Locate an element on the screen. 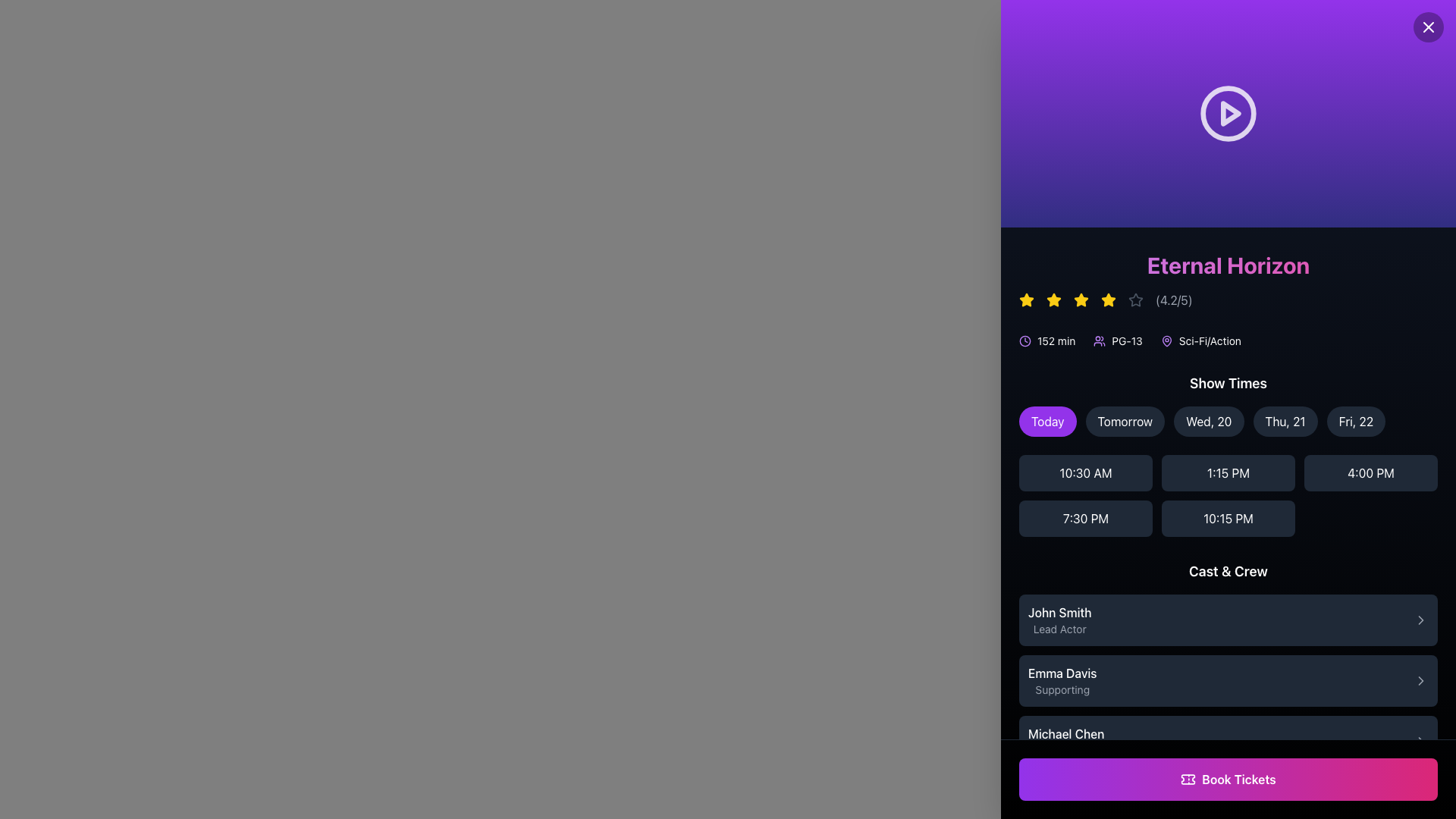 This screenshot has width=1456, height=819. name displayed in the text label showing 'Michael Chen', which is styled with a medium-weight font and is located above the 'Director' label in the 'Cast & Crew' section is located at coordinates (1065, 733).